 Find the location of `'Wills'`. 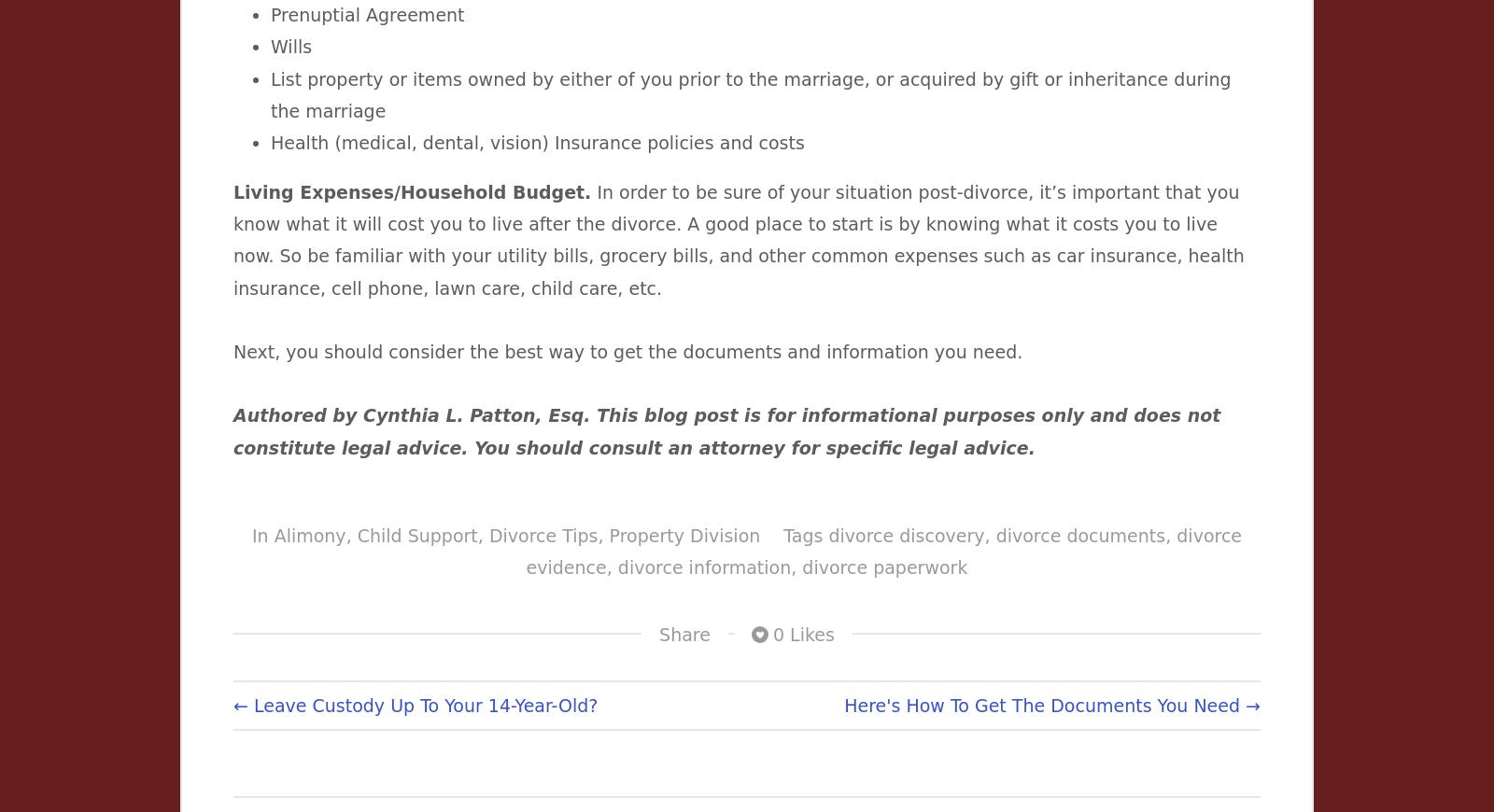

'Wills' is located at coordinates (291, 46).